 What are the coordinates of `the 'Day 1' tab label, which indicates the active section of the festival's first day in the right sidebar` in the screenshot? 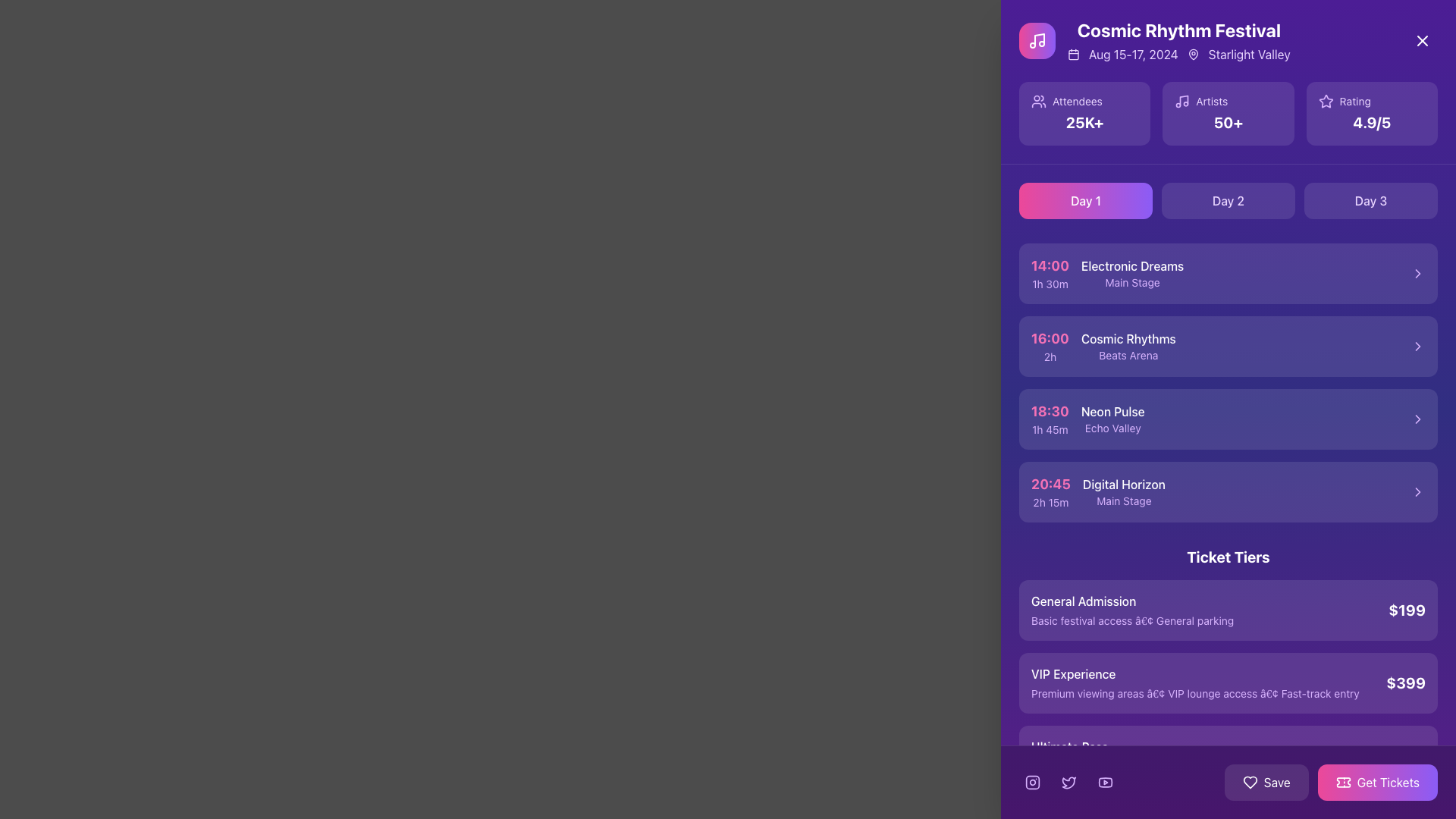 It's located at (1084, 200).